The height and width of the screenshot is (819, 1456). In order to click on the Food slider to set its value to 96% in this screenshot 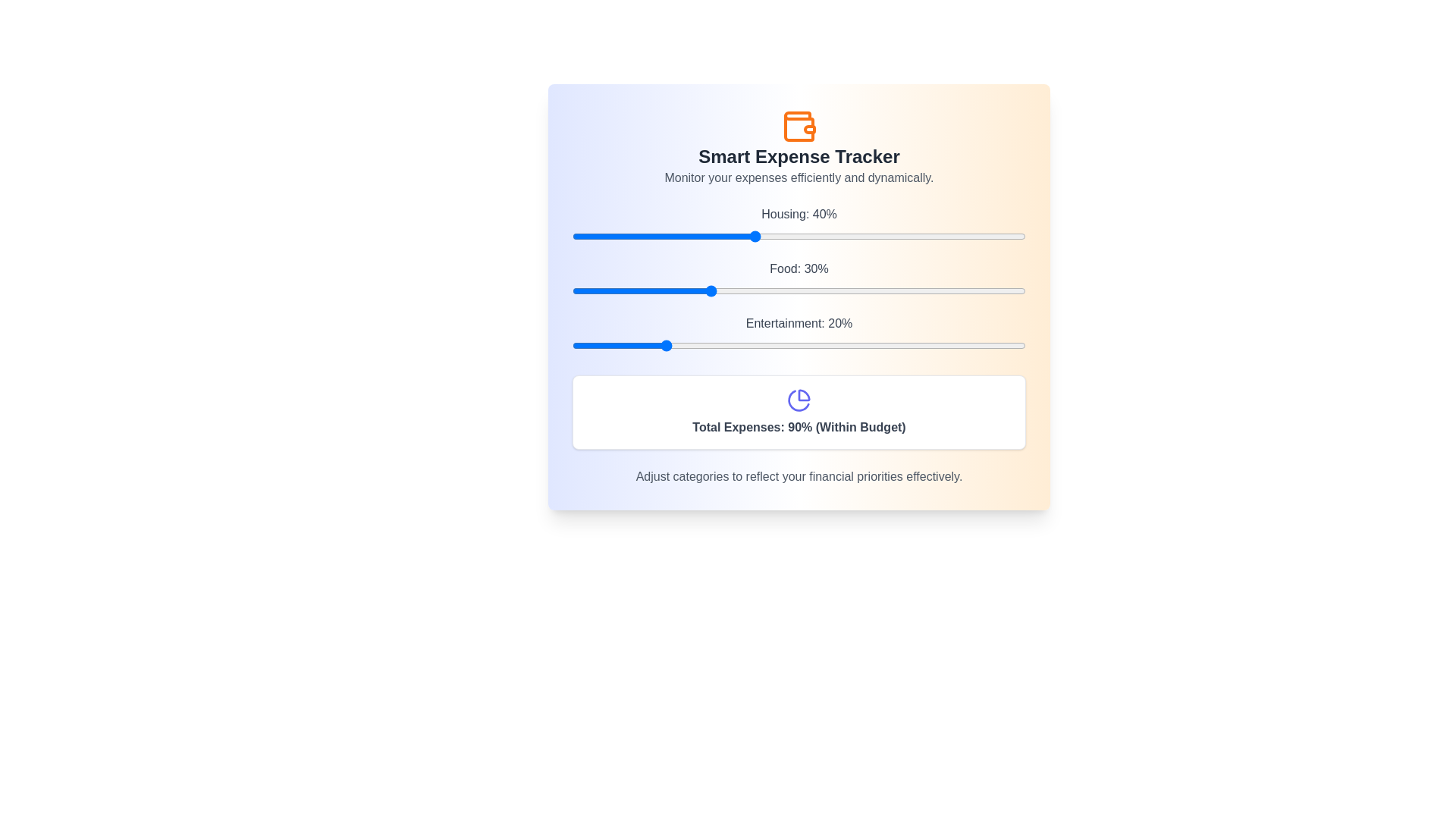, I will do `click(1008, 291)`.